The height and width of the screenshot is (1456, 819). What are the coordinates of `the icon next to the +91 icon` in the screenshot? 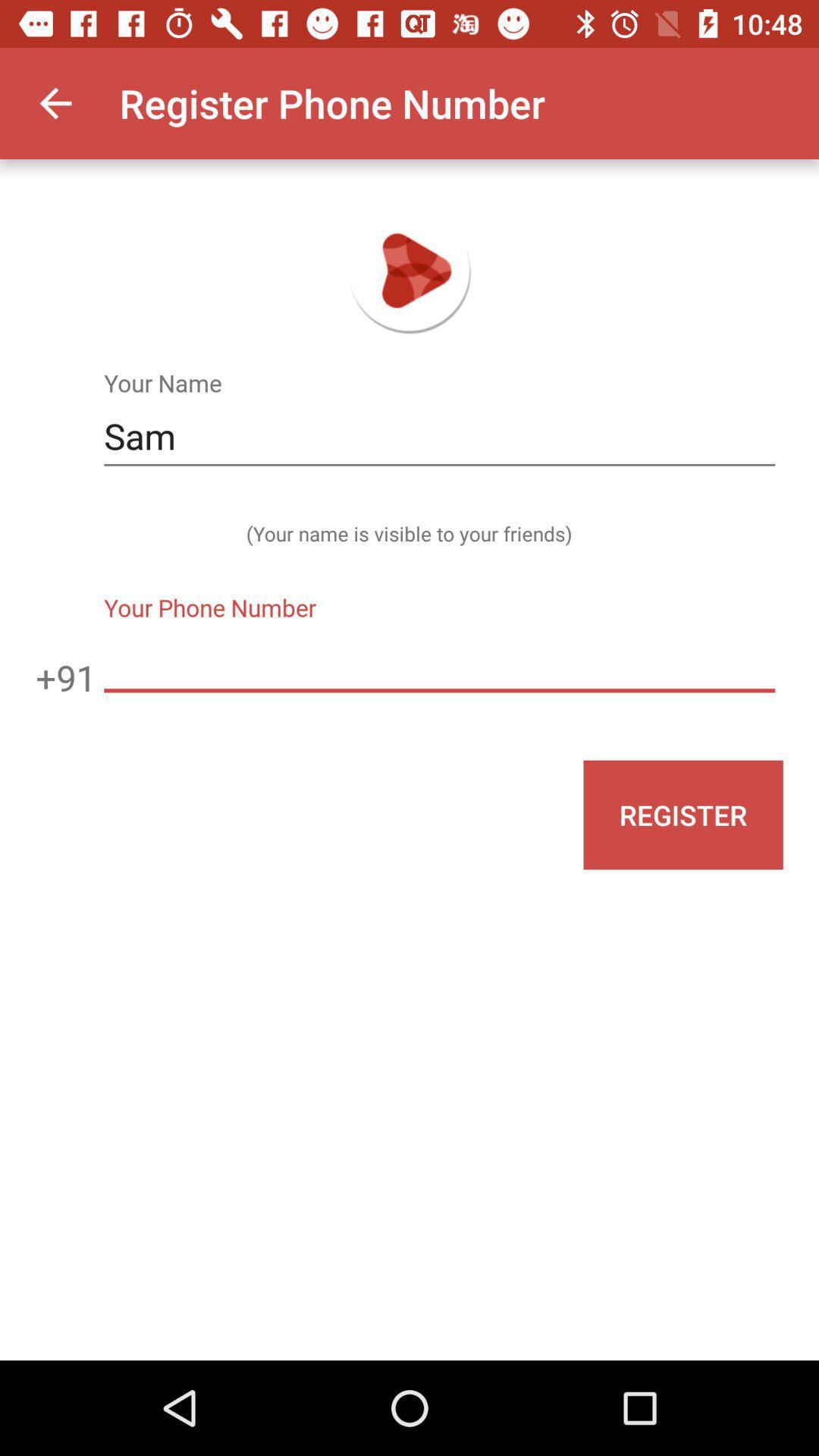 It's located at (439, 661).